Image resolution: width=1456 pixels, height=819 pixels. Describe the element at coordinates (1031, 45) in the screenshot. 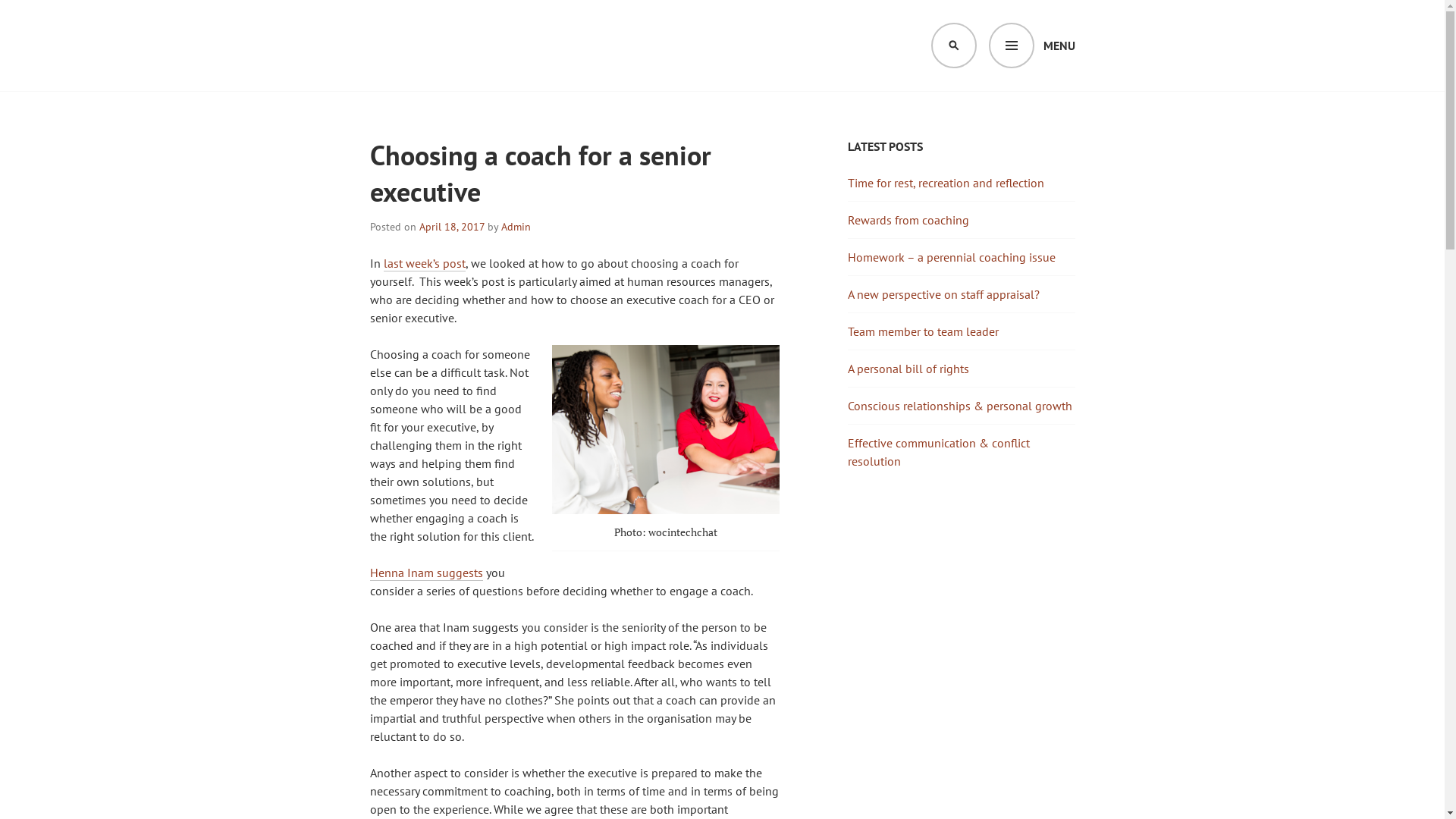

I see `'MENU'` at that location.